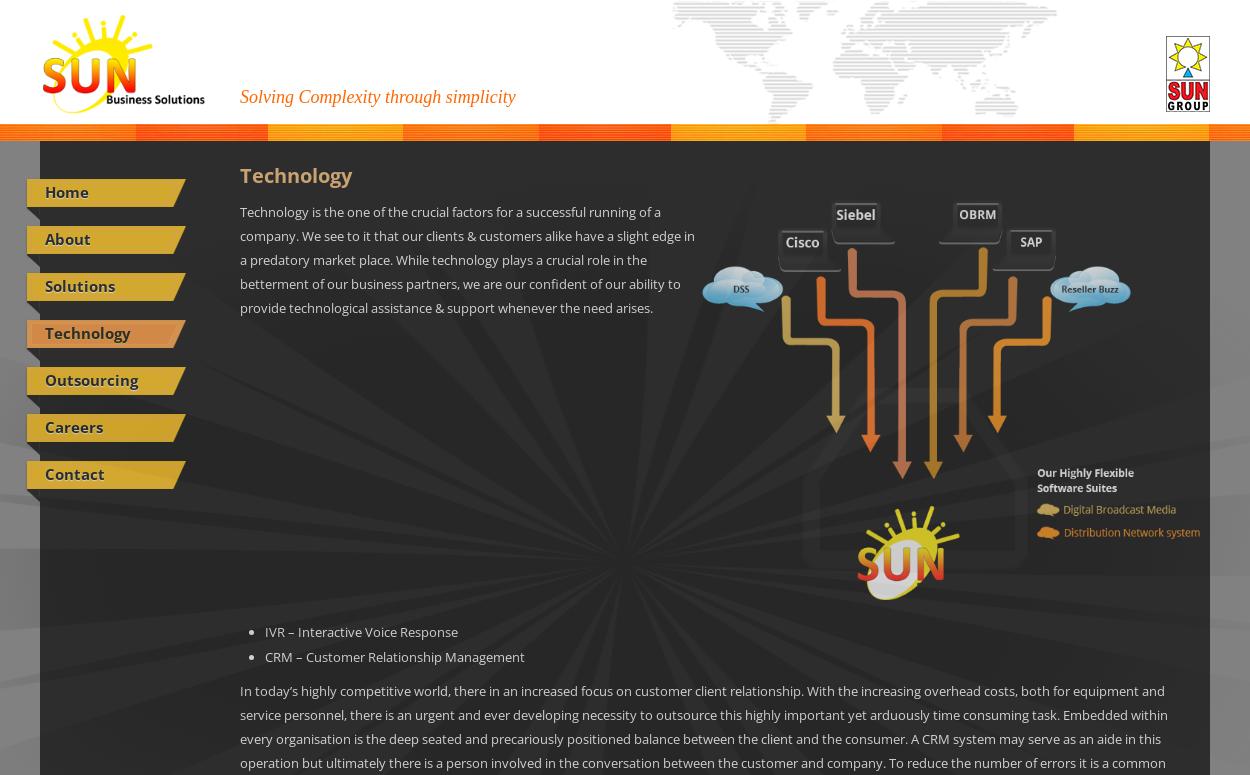 This screenshot has height=775, width=1250. What do you see at coordinates (73, 426) in the screenshot?
I see `'Careers'` at bounding box center [73, 426].